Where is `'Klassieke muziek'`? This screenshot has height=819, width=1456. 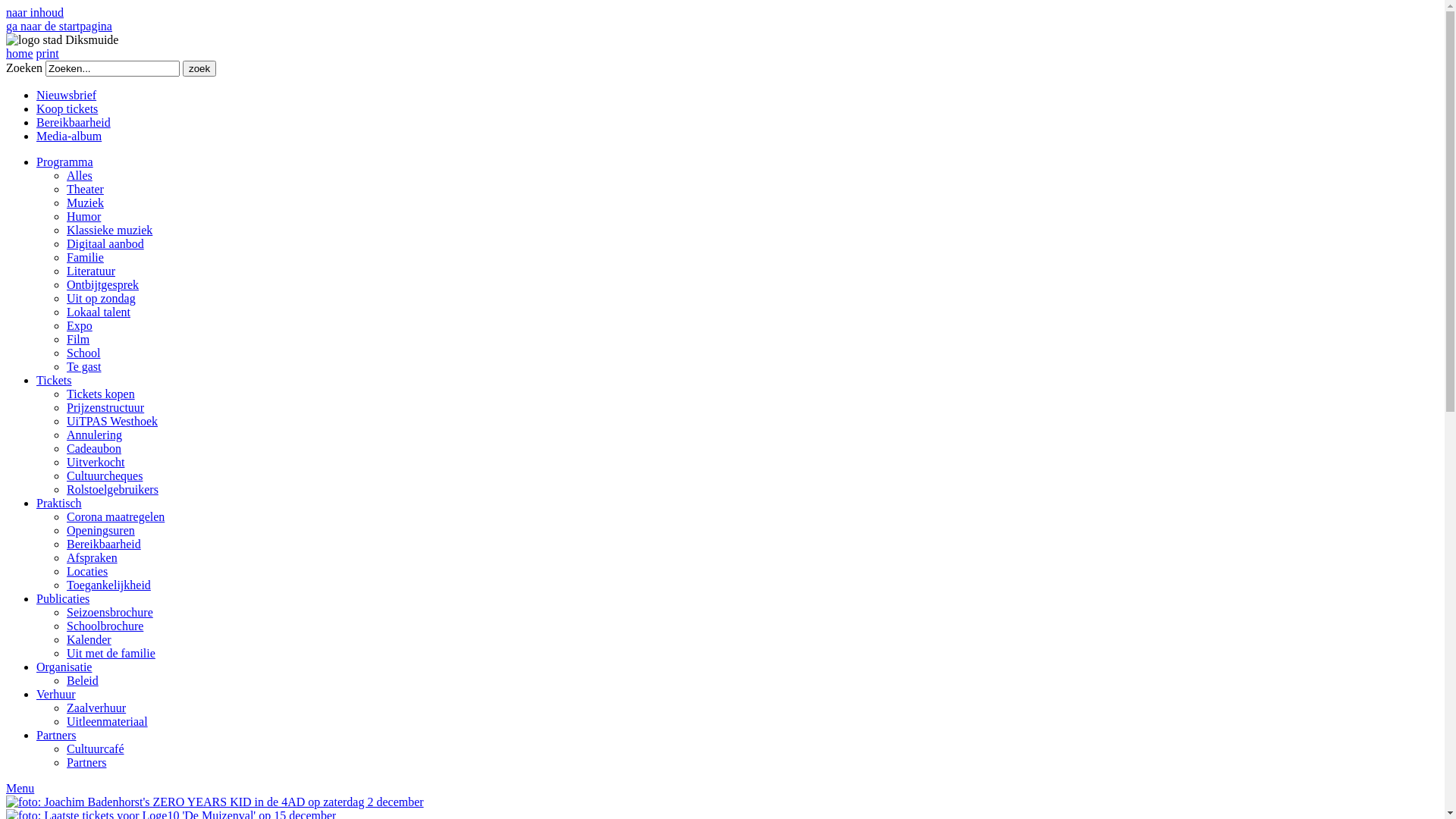 'Klassieke muziek' is located at coordinates (108, 230).